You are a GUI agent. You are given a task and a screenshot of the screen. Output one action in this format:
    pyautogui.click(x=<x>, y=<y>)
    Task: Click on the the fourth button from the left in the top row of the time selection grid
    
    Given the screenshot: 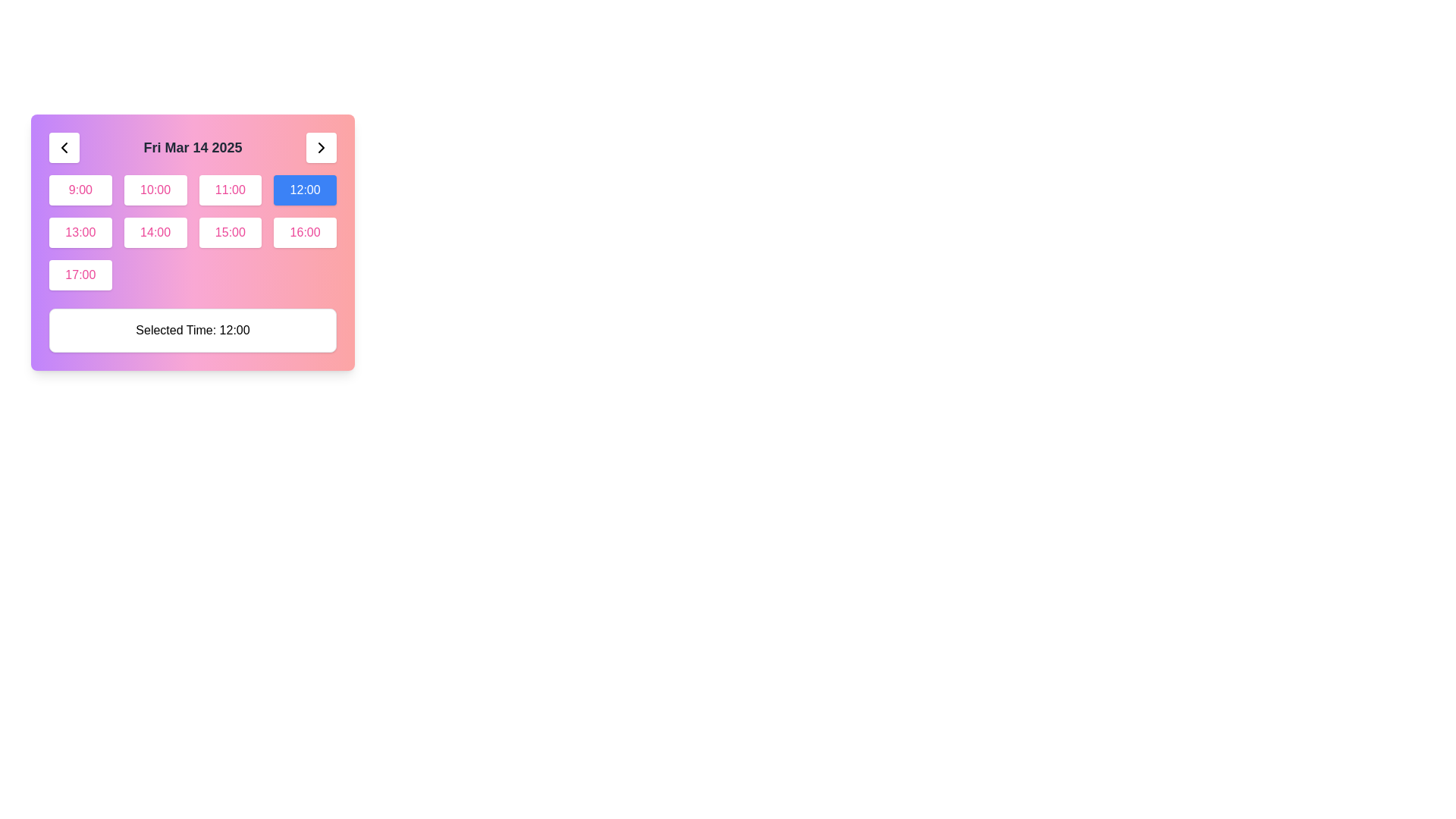 What is the action you would take?
    pyautogui.click(x=304, y=189)
    